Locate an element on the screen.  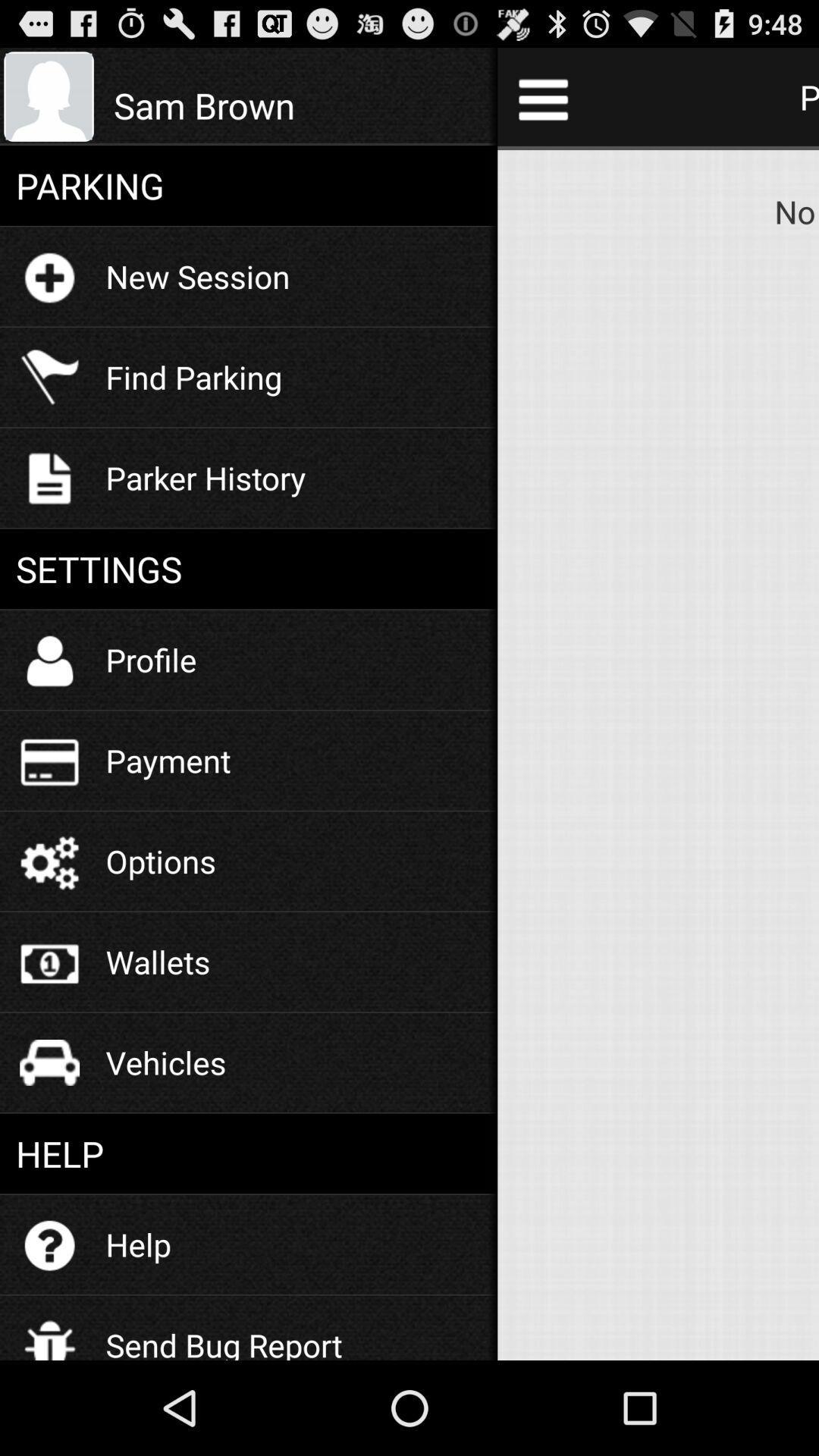
the icon below the parker history is located at coordinates (248, 568).